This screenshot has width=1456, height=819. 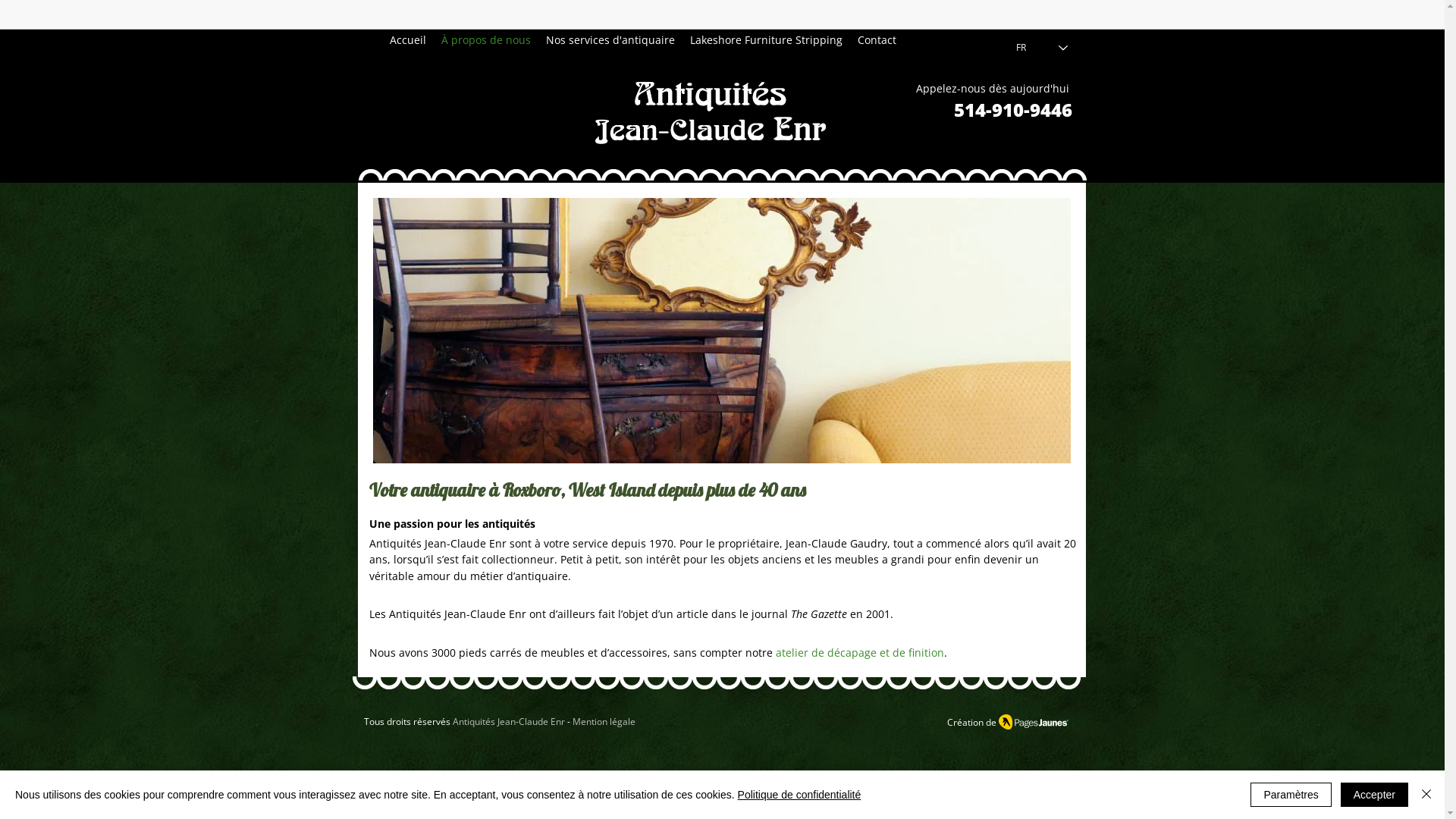 I want to click on 'Contact', so click(x=877, y=39).